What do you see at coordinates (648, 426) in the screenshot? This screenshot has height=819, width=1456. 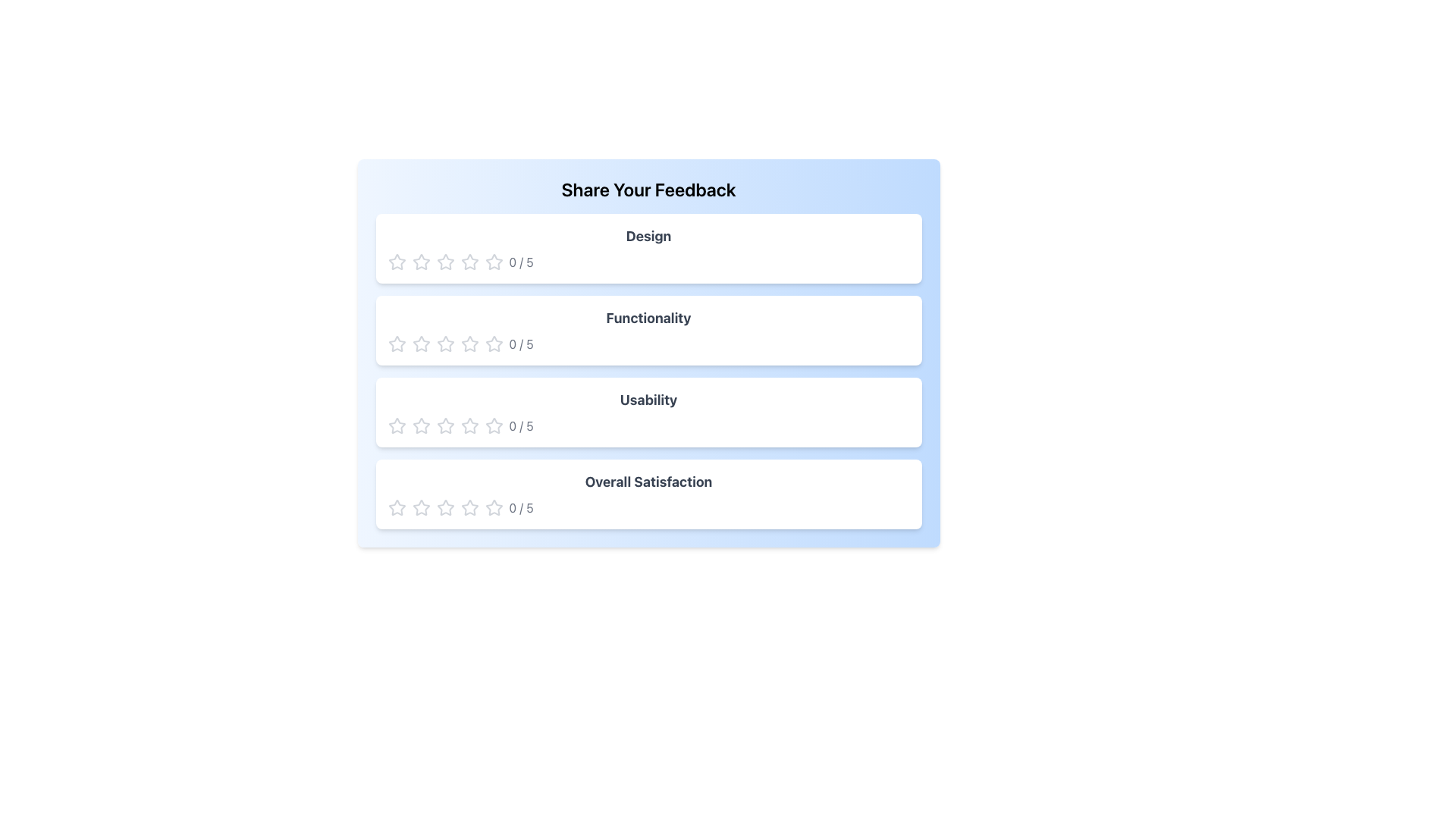 I see `the star in the Usability rating control` at bounding box center [648, 426].